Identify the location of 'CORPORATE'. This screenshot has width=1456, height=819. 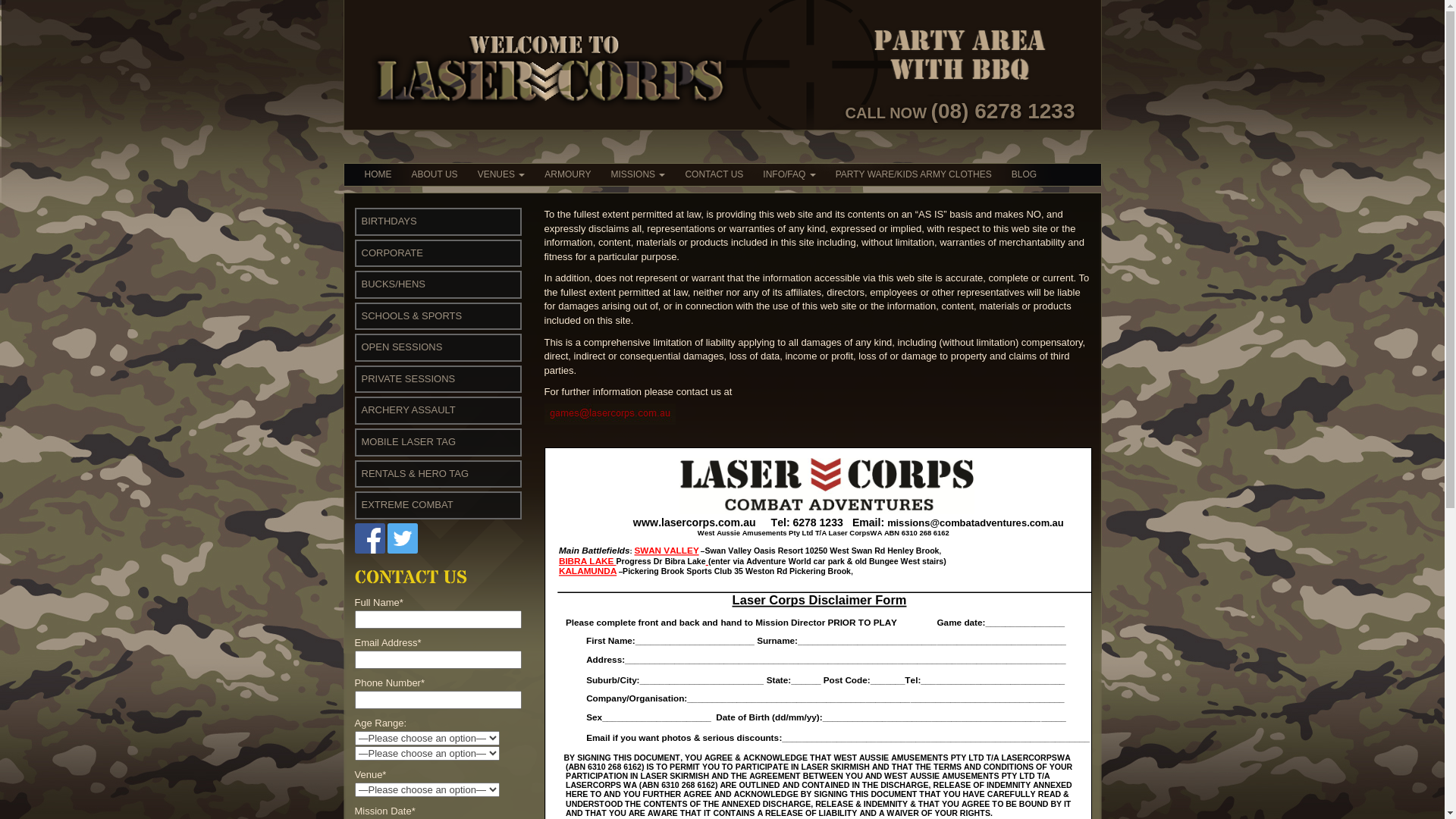
(359, 252).